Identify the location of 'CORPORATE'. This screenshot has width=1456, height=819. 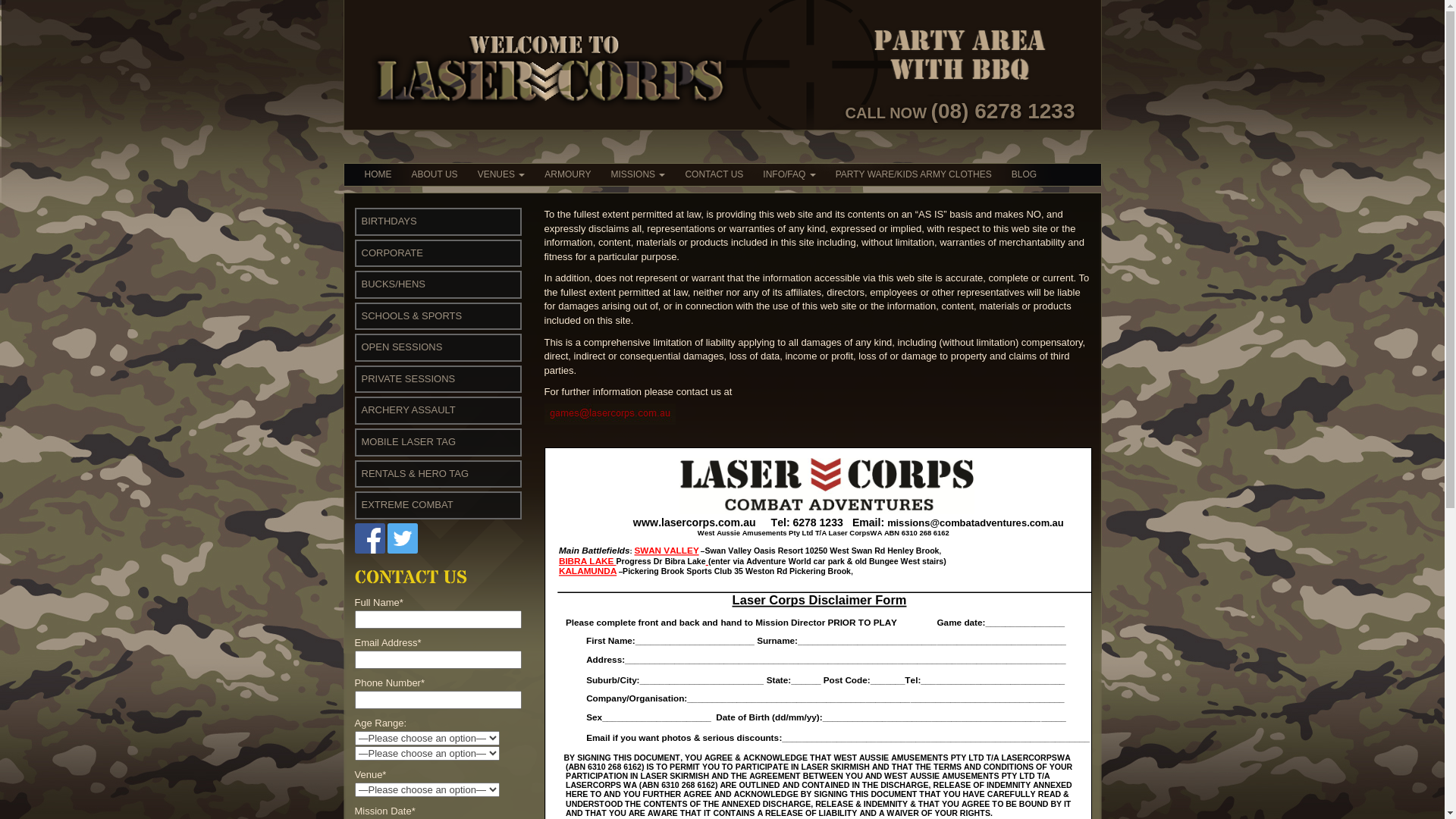
(359, 252).